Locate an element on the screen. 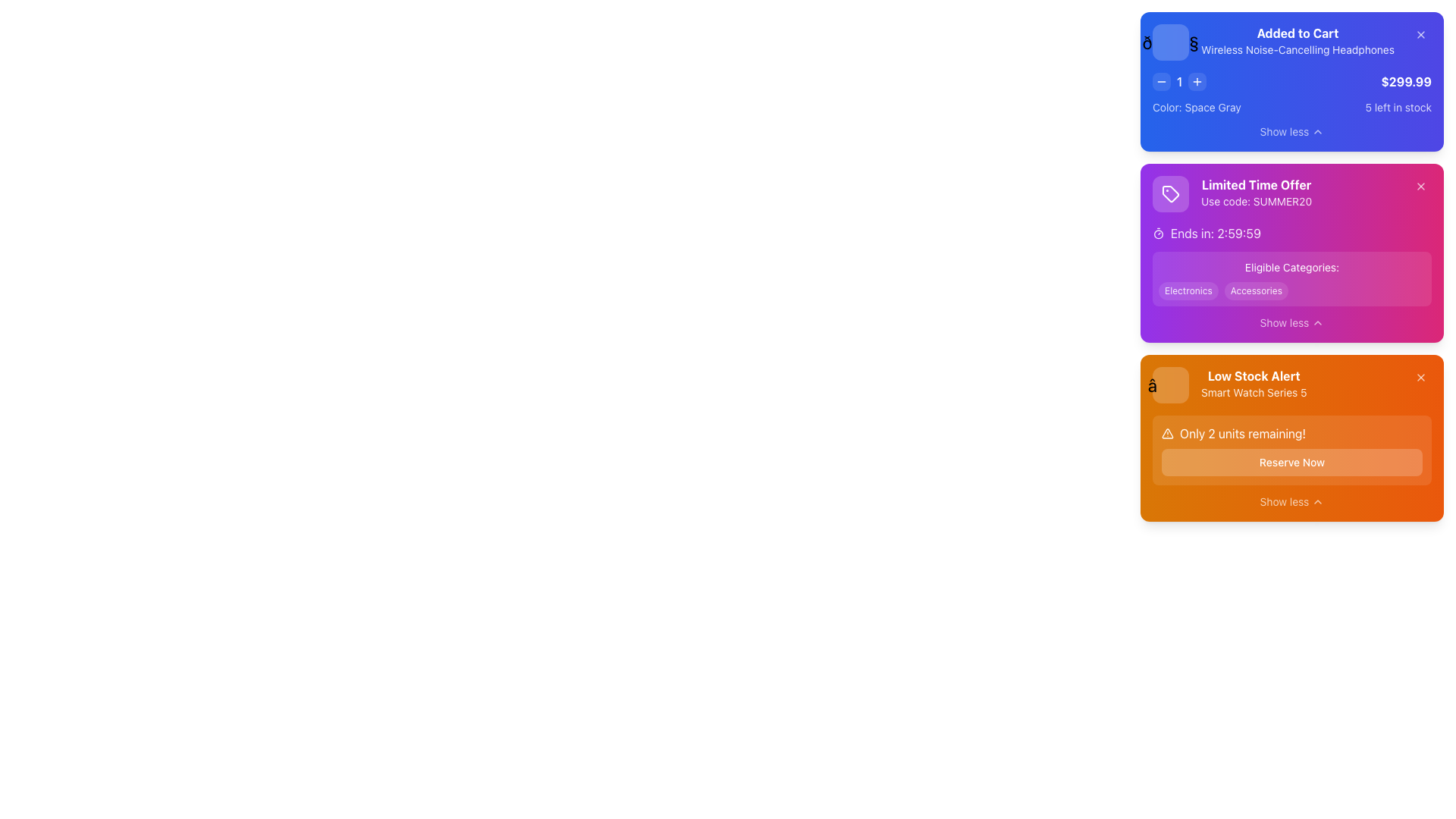  the decorative icon button representing a sale or promotional item, located on the left side of the 'Limited Time Offer' section is located at coordinates (1170, 193).